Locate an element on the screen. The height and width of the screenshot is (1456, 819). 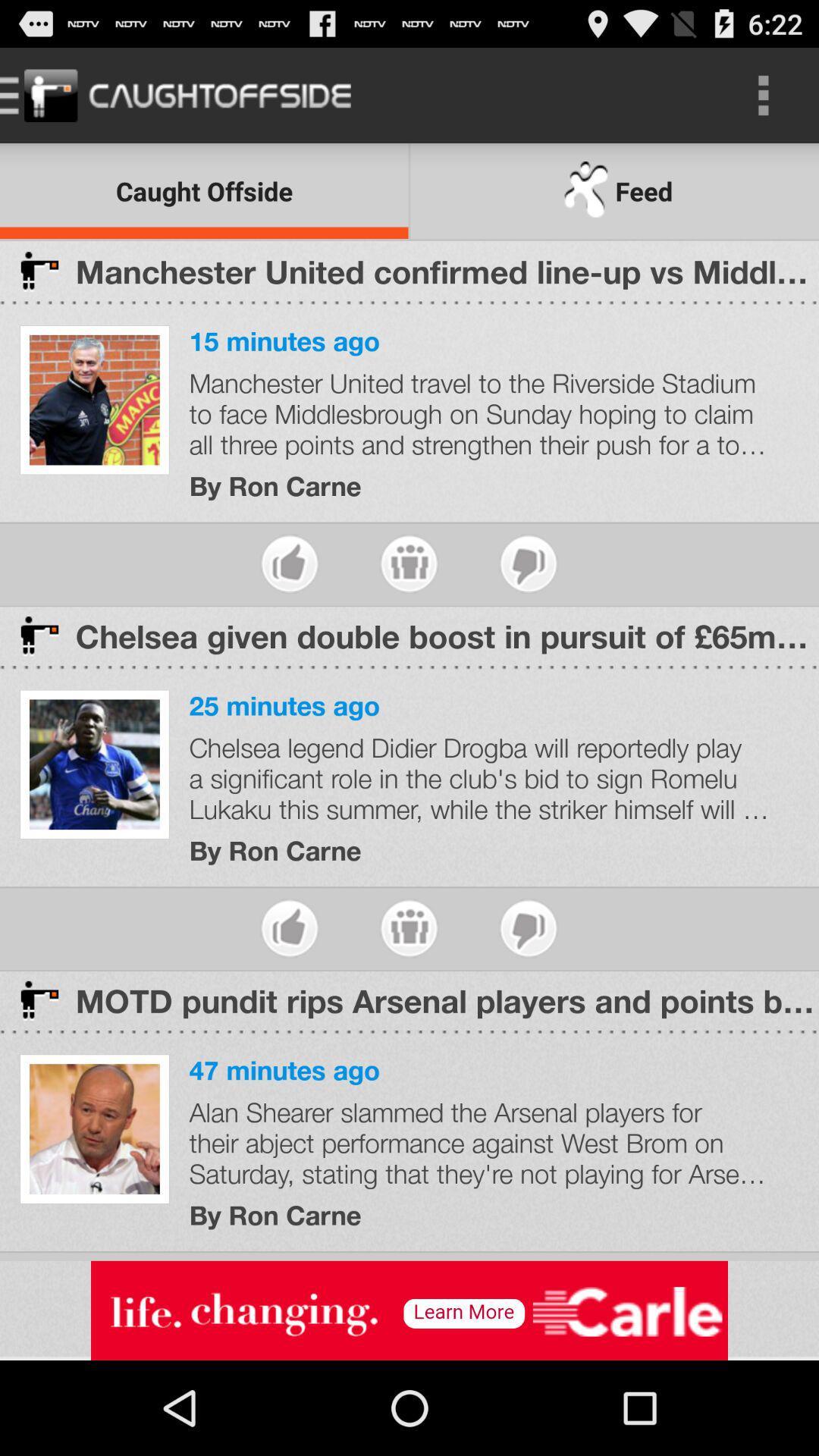
share article is located at coordinates (408, 563).